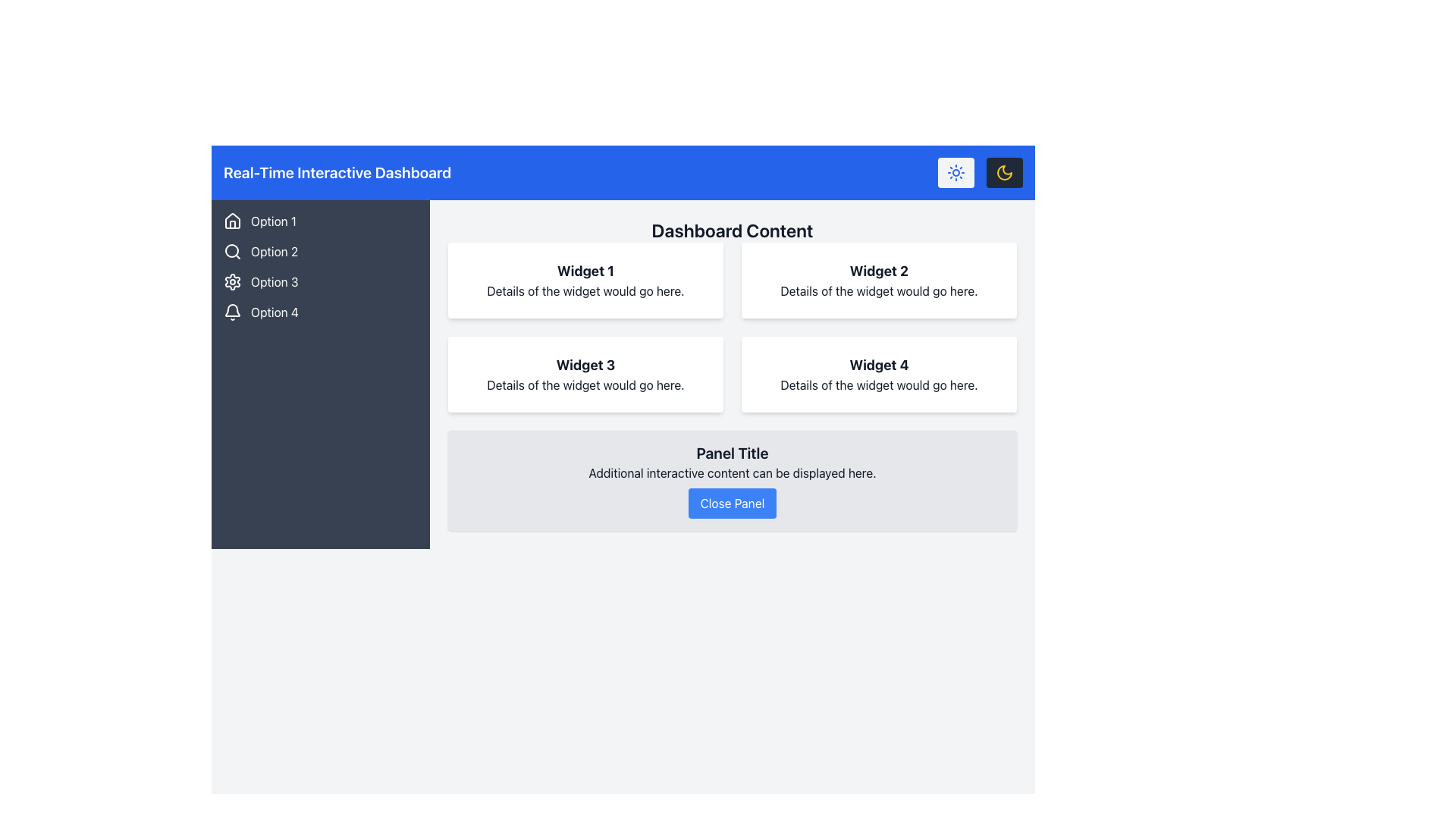 The width and height of the screenshot is (1456, 819). I want to click on the crescent moon icon in the top-right corner of the interface, so click(1004, 171).